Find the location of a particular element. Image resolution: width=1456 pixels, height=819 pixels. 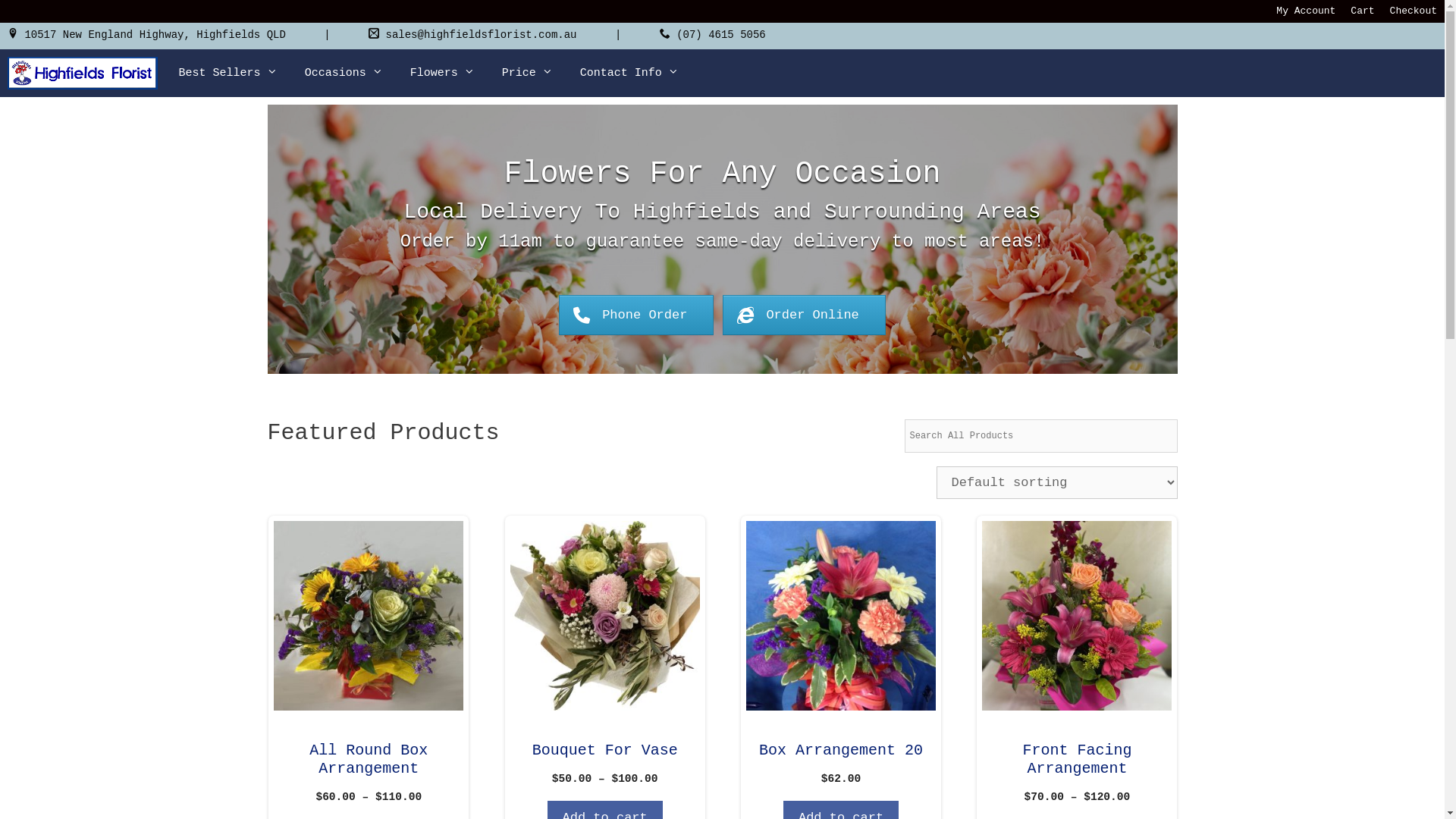

'Cart' is located at coordinates (1362, 11).